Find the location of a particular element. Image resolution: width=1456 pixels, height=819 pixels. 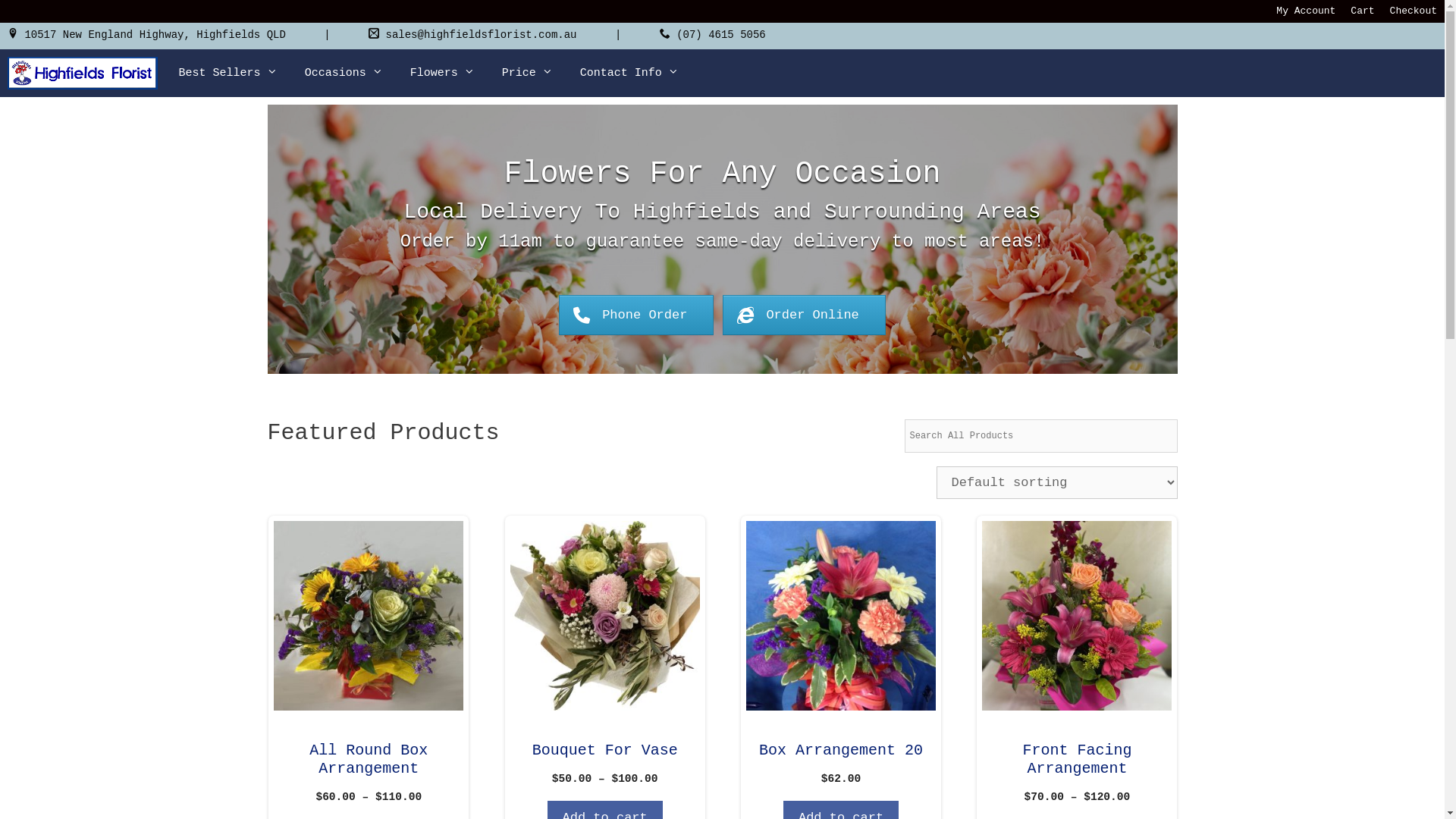

'Cart' is located at coordinates (1362, 11).